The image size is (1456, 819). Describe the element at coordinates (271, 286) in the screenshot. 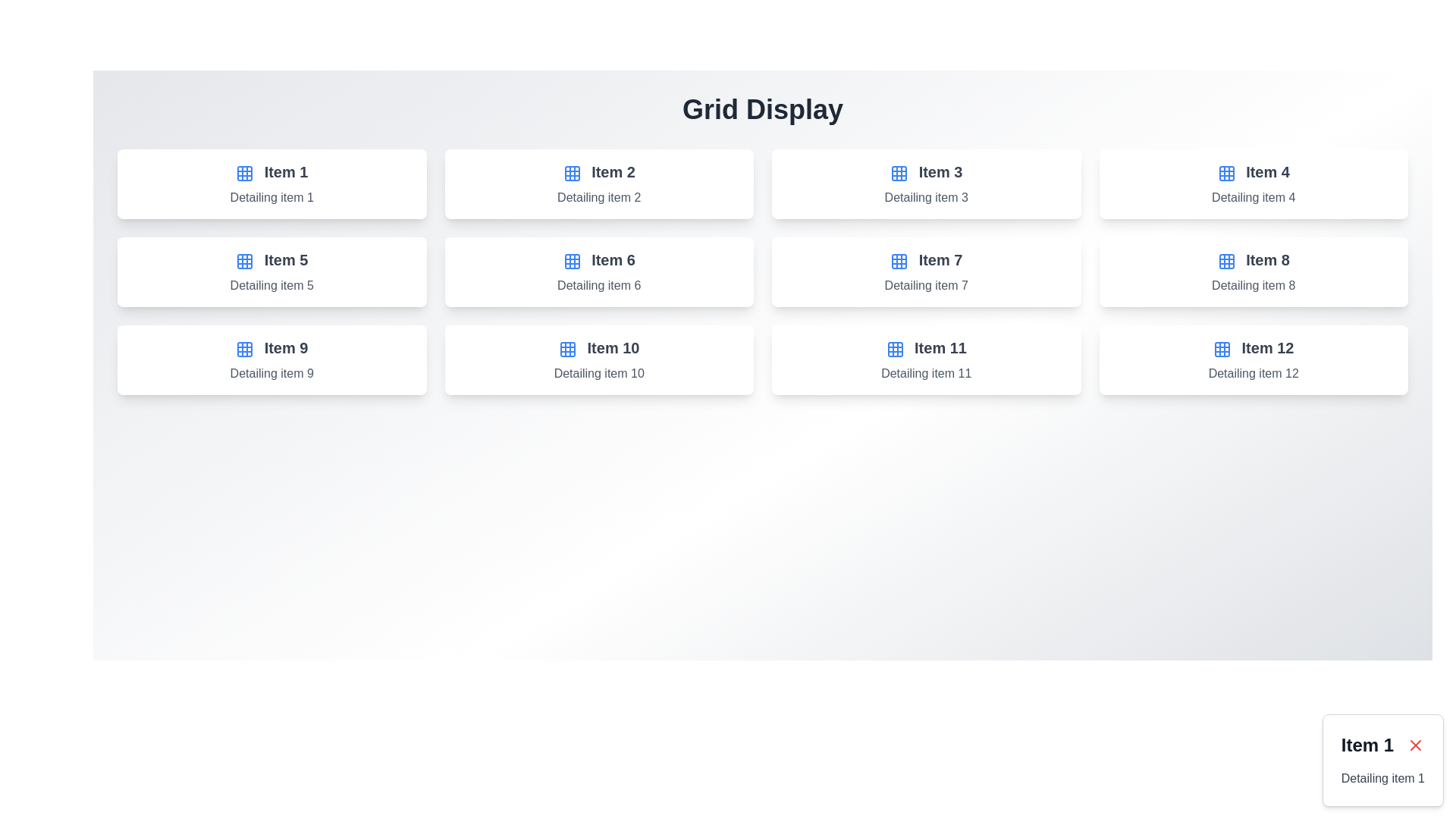

I see `the text label displaying 'Detailing item 5' in gray font, positioned below the bold heading 'Item 5' in the card component` at that location.